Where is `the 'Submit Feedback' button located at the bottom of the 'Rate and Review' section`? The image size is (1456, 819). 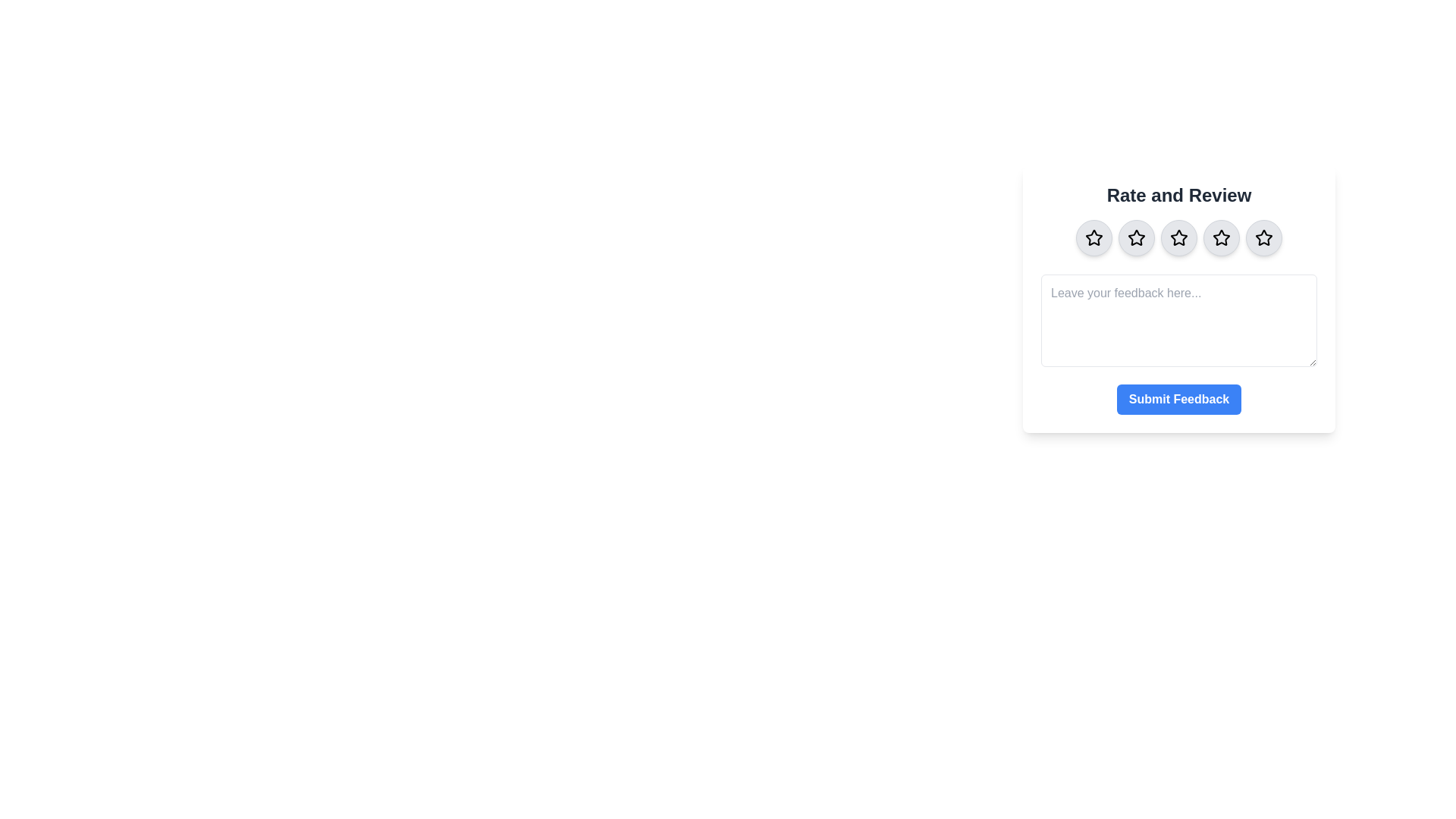 the 'Submit Feedback' button located at the bottom of the 'Rate and Review' section is located at coordinates (1178, 399).